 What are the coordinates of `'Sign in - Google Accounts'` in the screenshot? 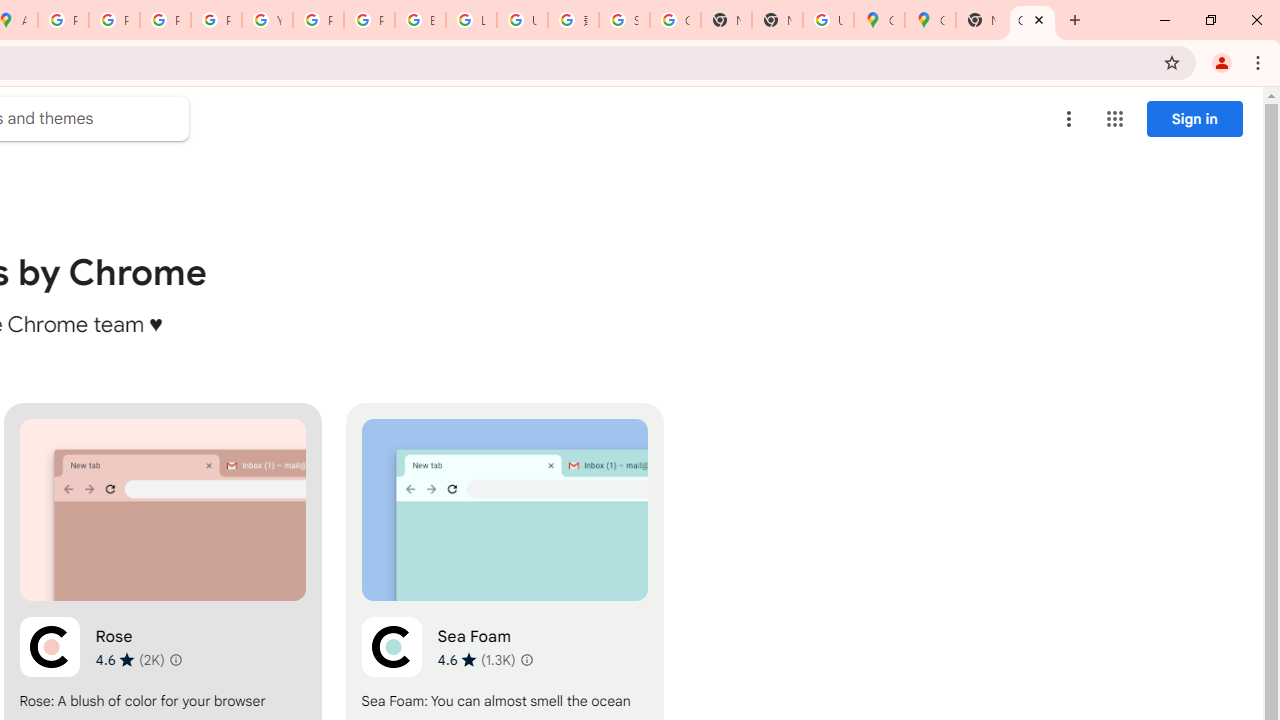 It's located at (623, 20).